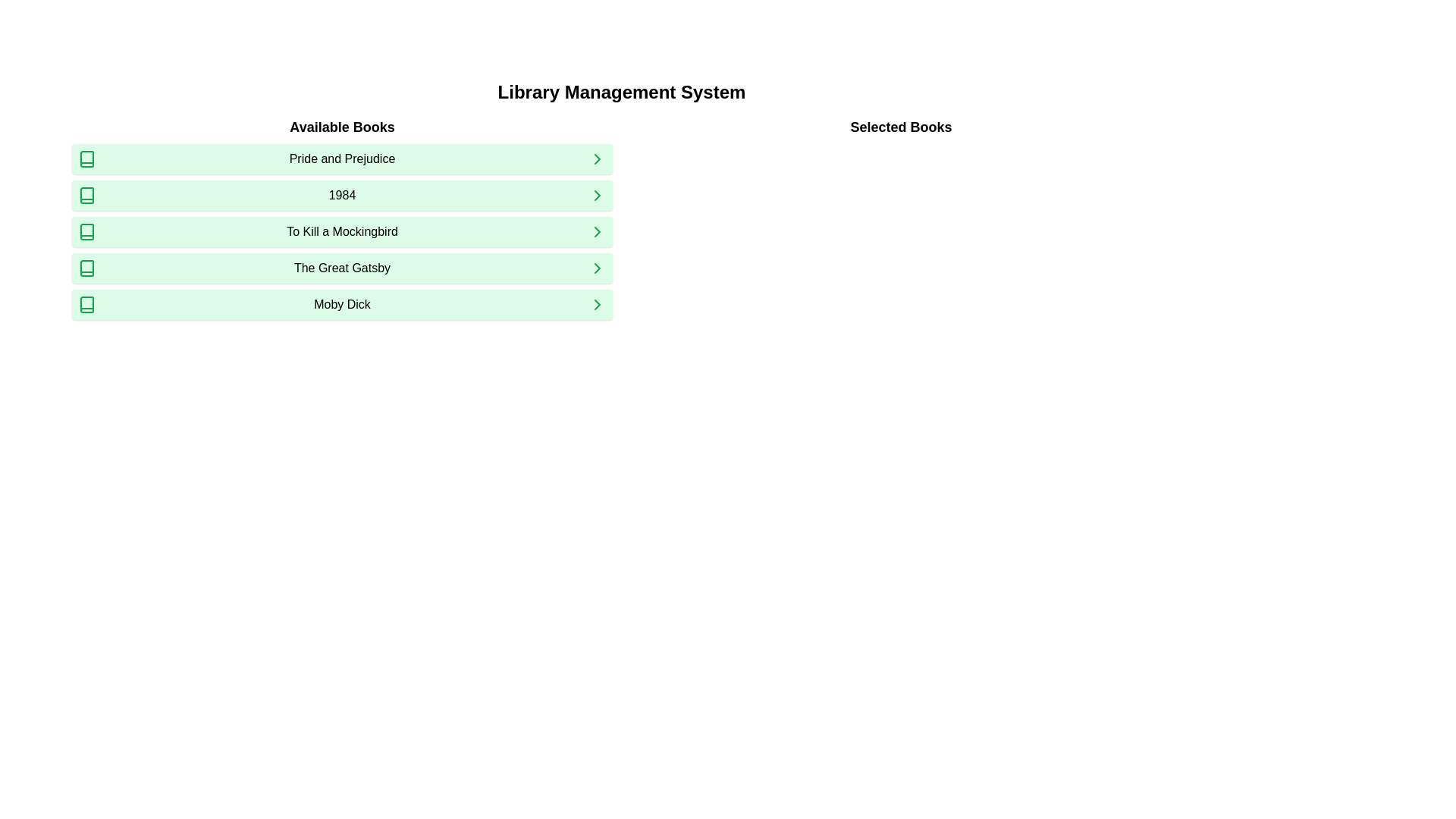 The image size is (1456, 819). I want to click on the forward navigation icon in the 'Available Books' section for 'To Kill a Mockingbird', so click(596, 231).